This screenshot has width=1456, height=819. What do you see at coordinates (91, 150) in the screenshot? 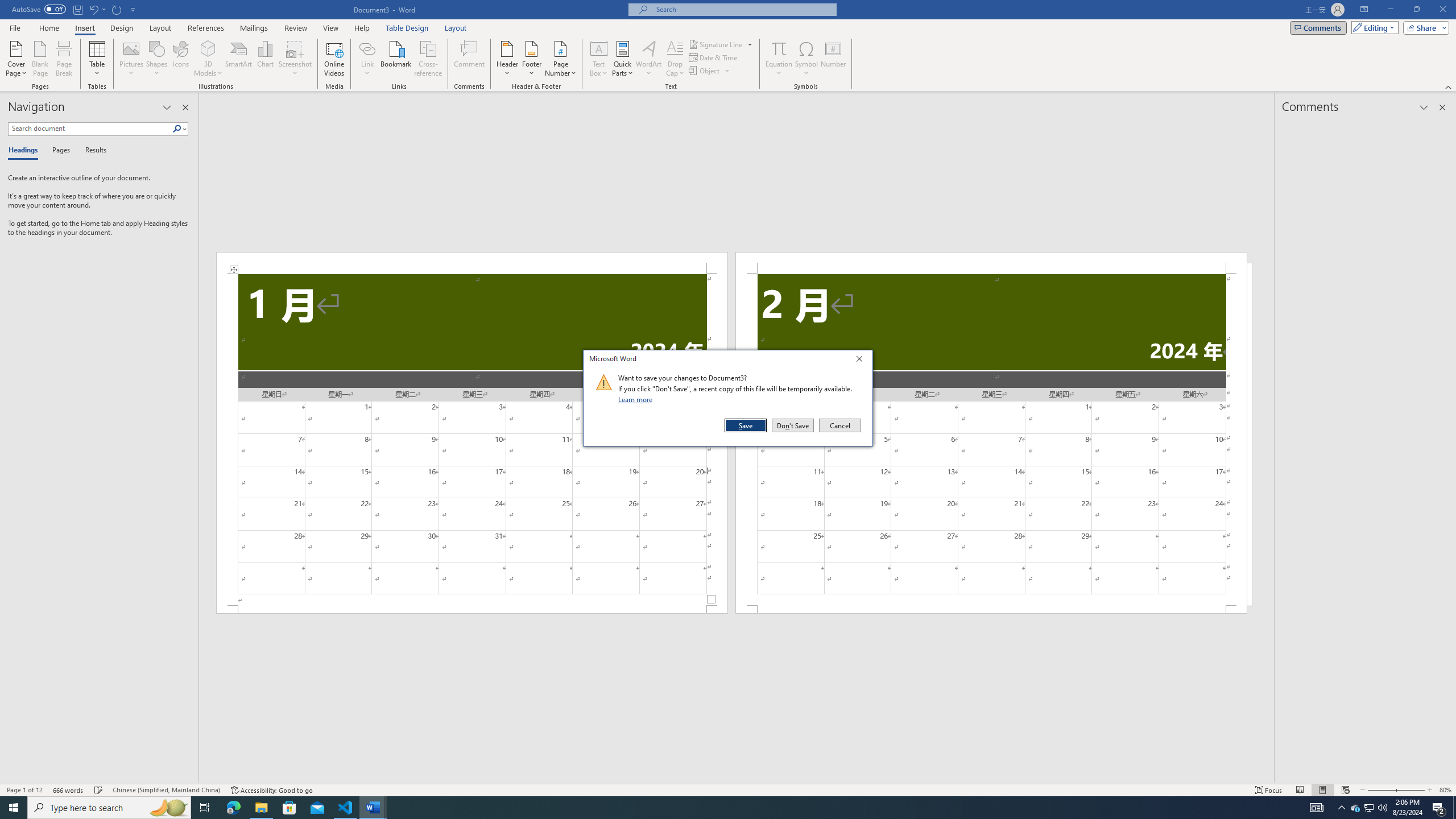
I see `'Results'` at bounding box center [91, 150].